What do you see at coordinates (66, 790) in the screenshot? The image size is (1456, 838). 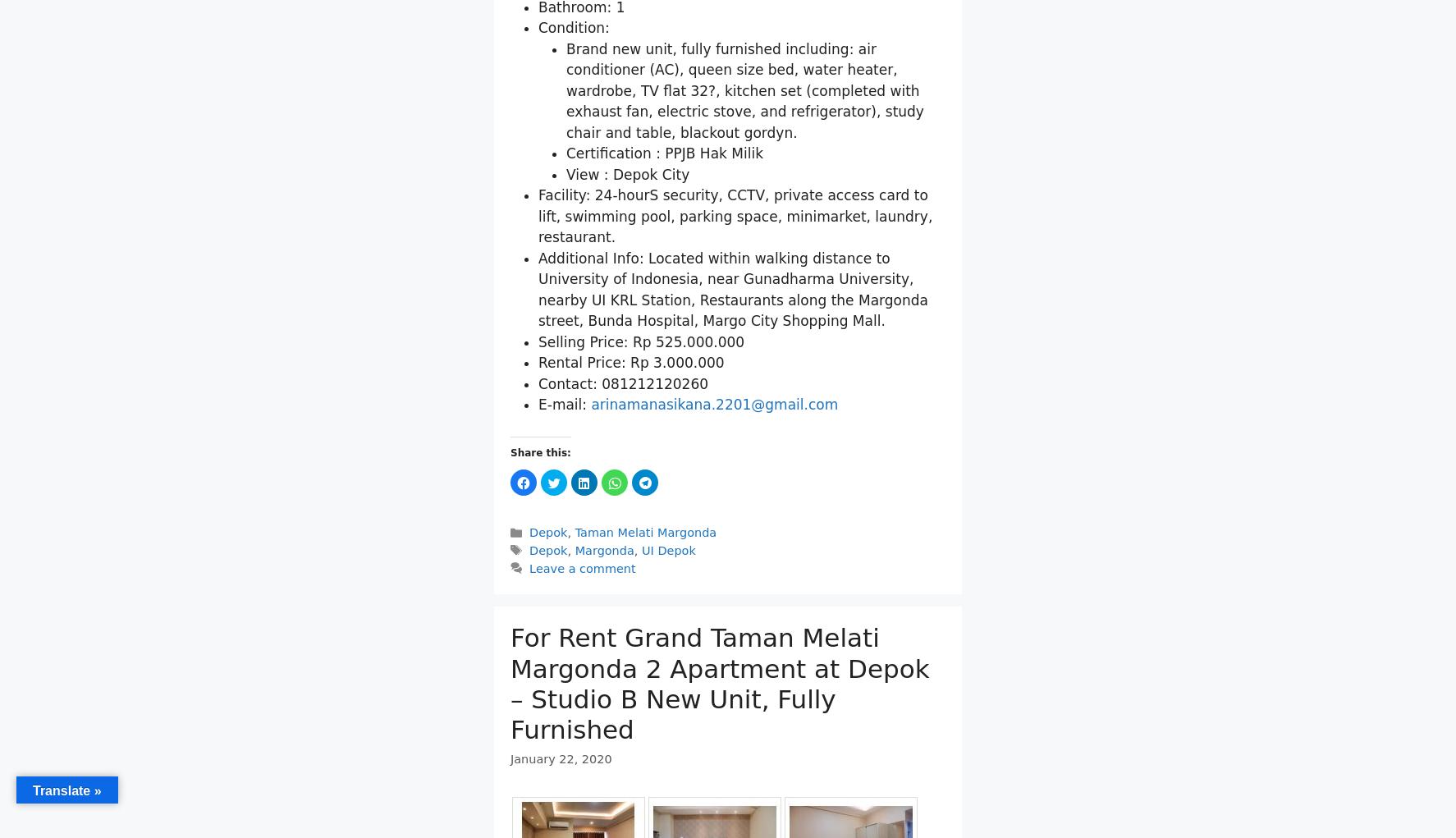 I see `'Translate »'` at bounding box center [66, 790].